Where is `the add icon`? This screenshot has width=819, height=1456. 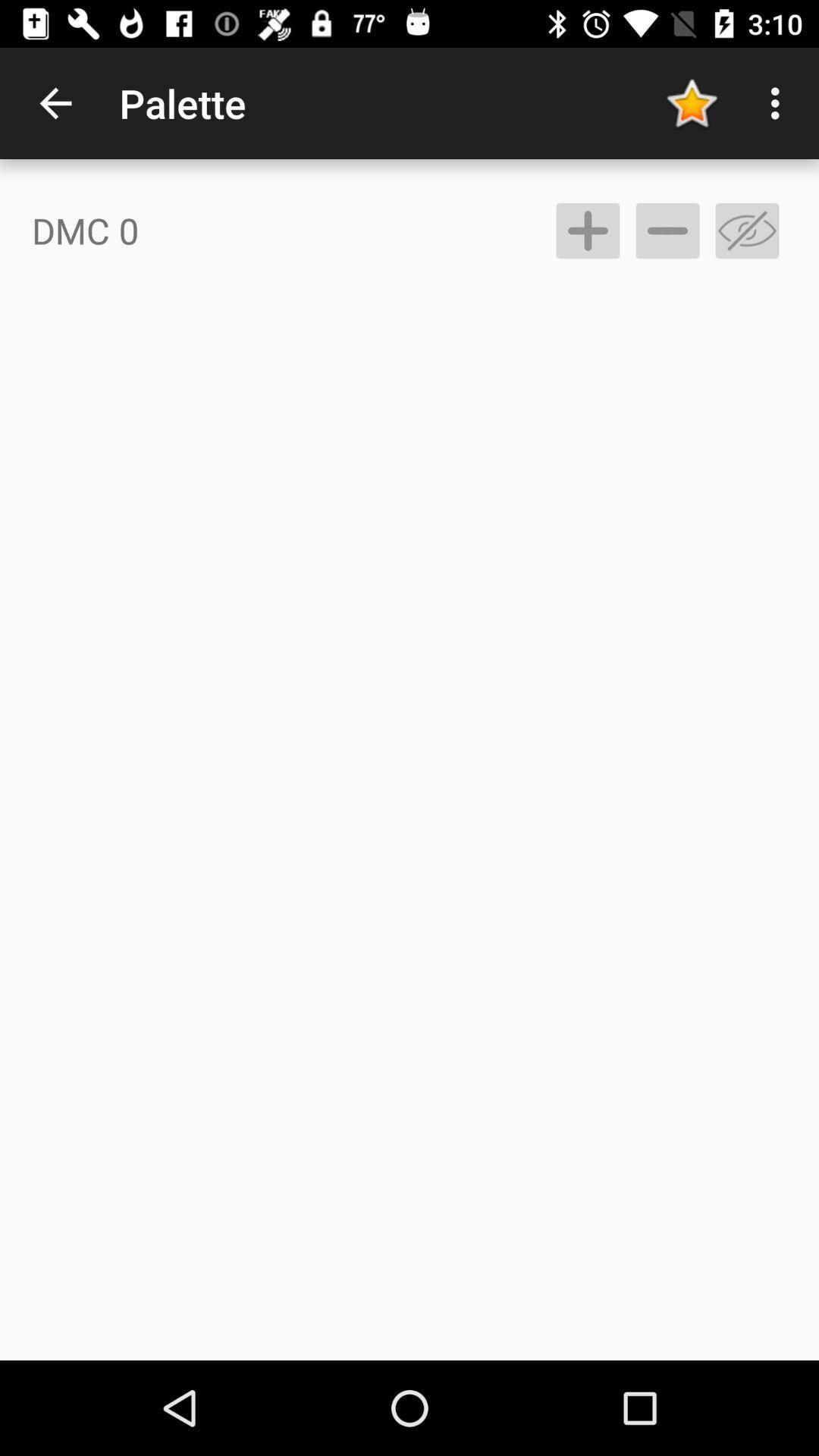
the add icon is located at coordinates (587, 230).